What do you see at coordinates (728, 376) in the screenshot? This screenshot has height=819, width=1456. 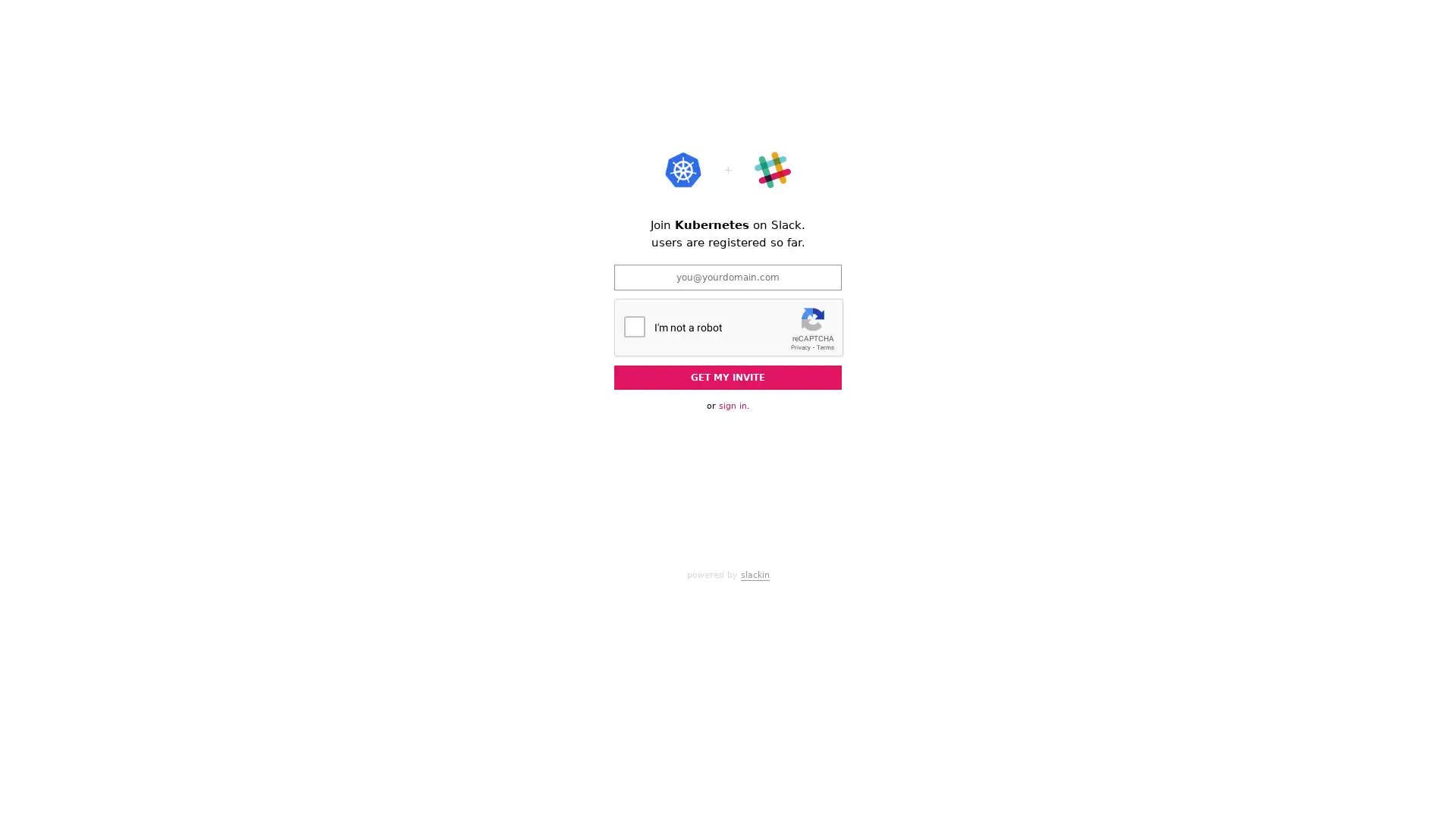 I see `GET MY INVITE` at bounding box center [728, 376].